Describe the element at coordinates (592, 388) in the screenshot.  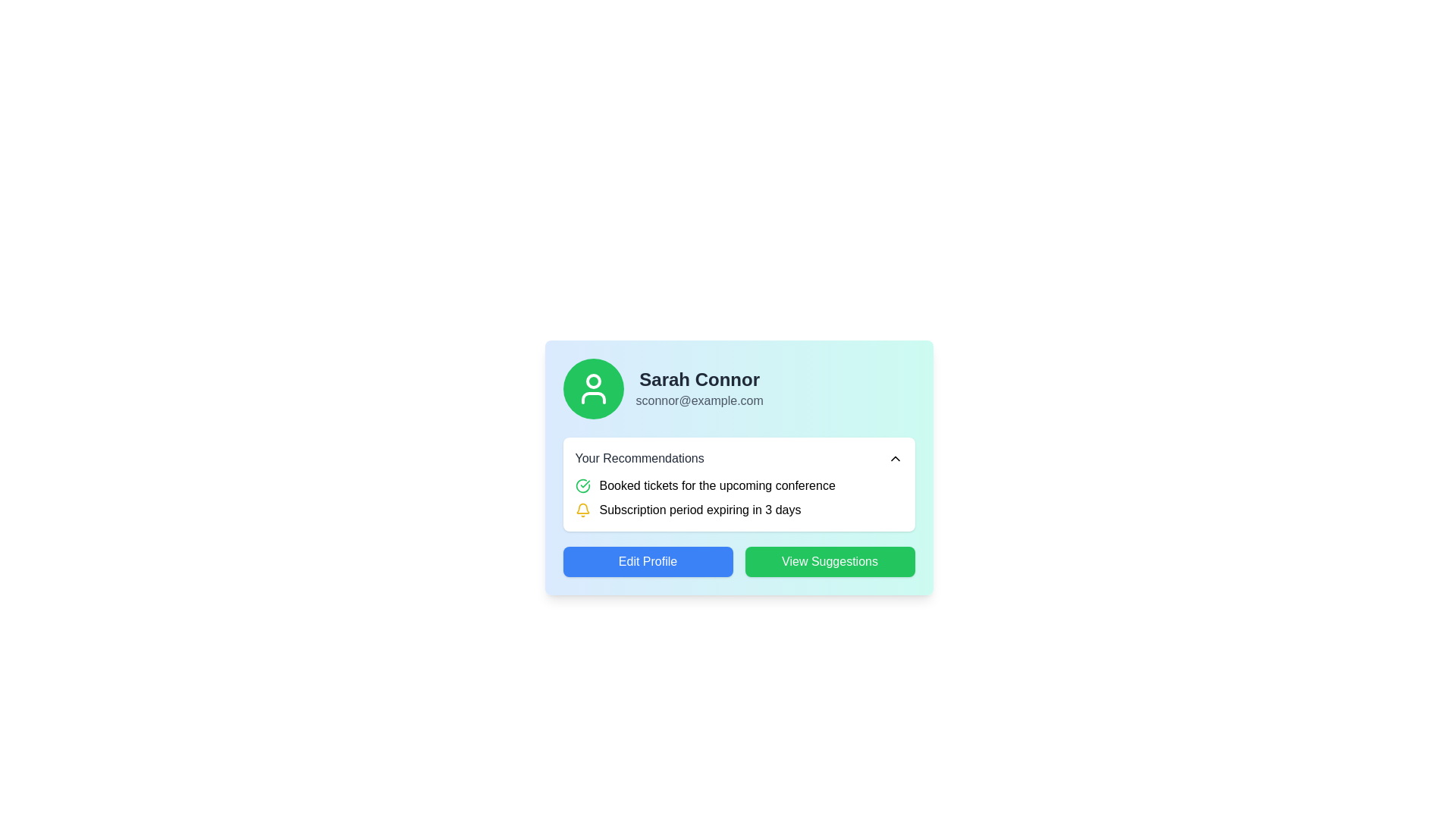
I see `the user profile icon represented by a circular design with white strokes on a green background, located in the top-left corner of the user profile card` at that location.